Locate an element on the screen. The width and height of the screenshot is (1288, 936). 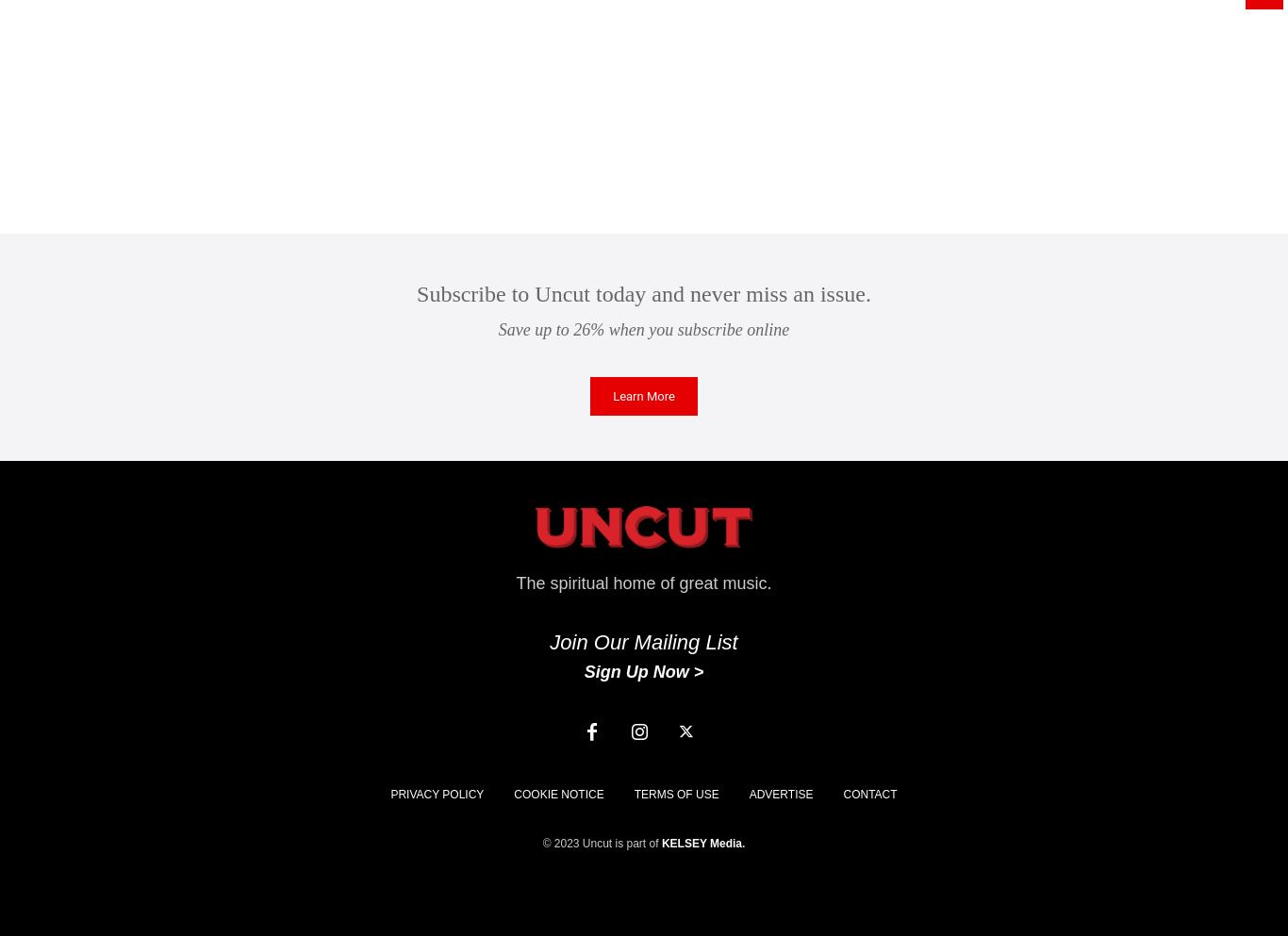
'Terms of Use' is located at coordinates (676, 793).